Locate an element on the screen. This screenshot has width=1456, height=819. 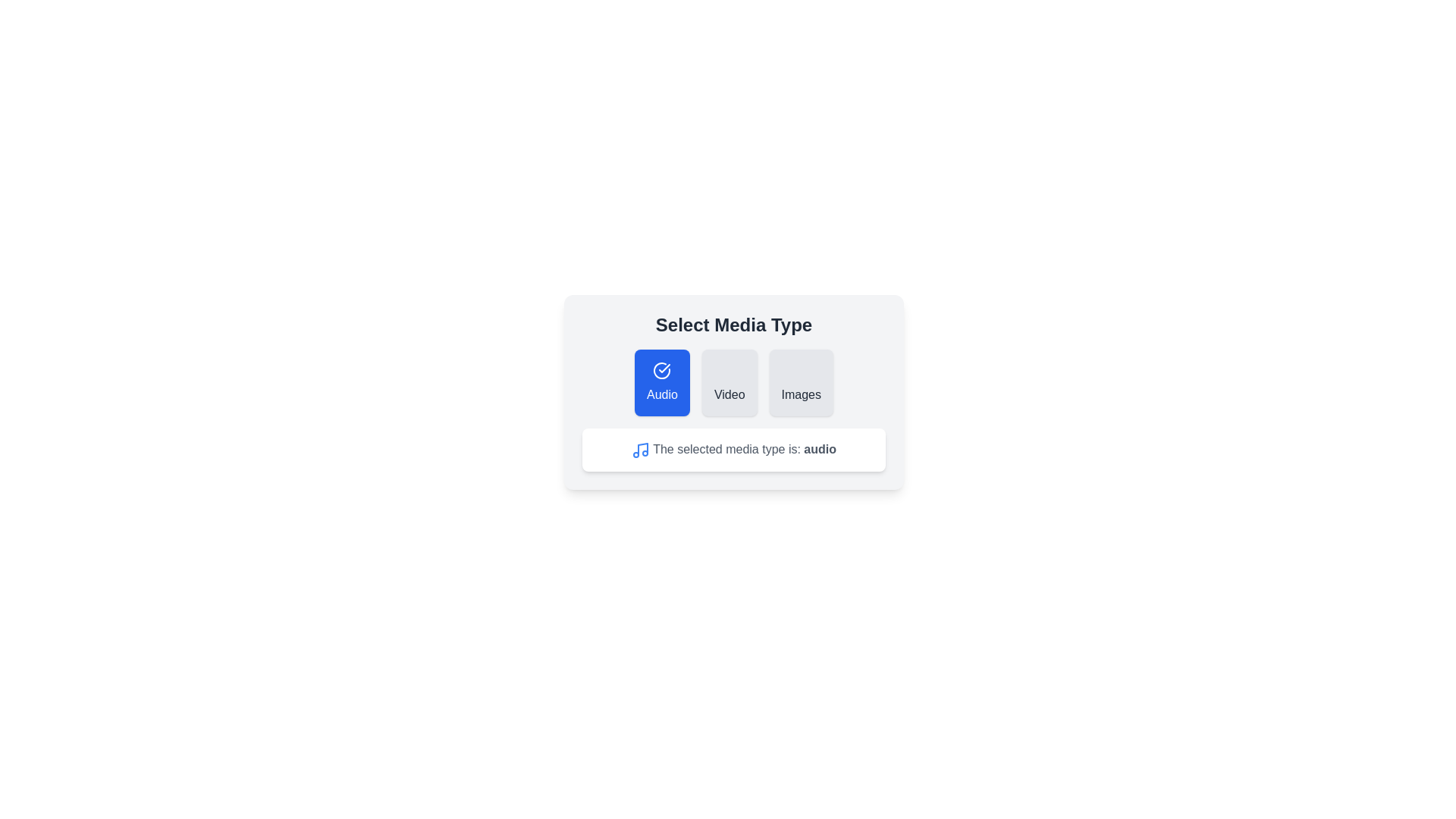
the static text displaying the currently selected media type 'audio' to possibly see a tooltip is located at coordinates (734, 449).